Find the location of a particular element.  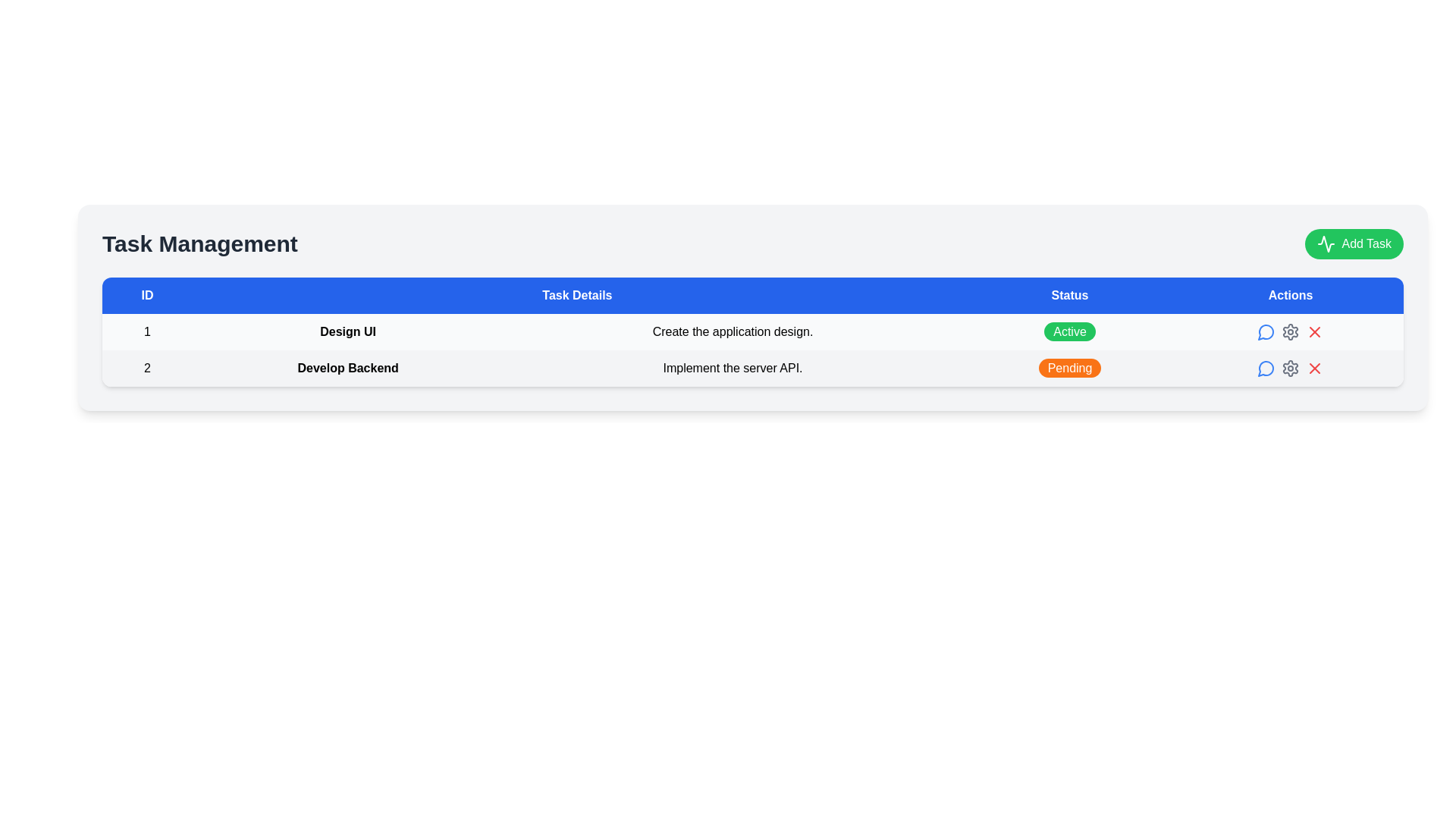

the text label reading 'Create the application design.' located in the third column of the first data row under the 'Task Details' header in the table is located at coordinates (733, 331).